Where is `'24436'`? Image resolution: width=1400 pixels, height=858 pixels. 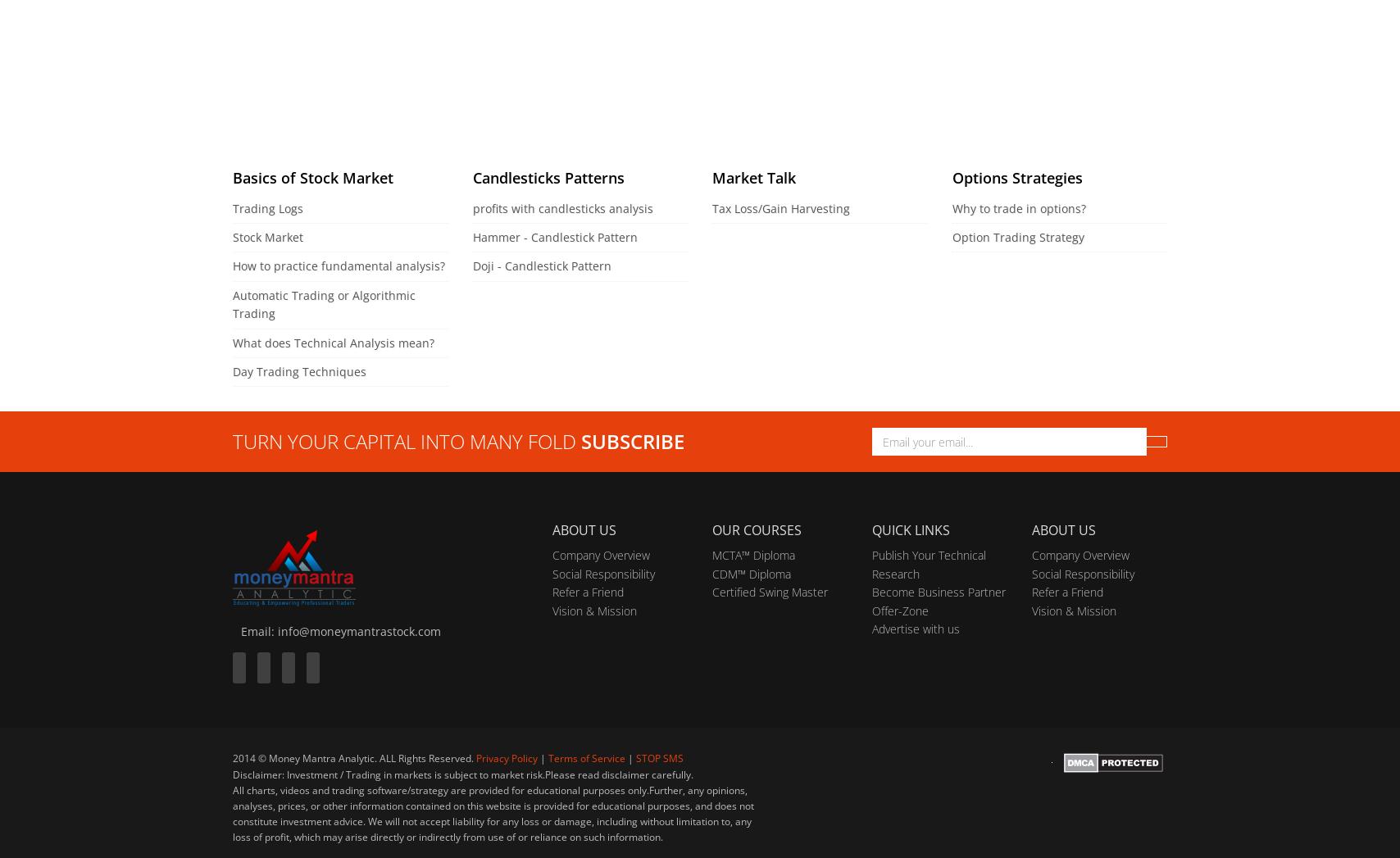
'24436' is located at coordinates (812, 44).